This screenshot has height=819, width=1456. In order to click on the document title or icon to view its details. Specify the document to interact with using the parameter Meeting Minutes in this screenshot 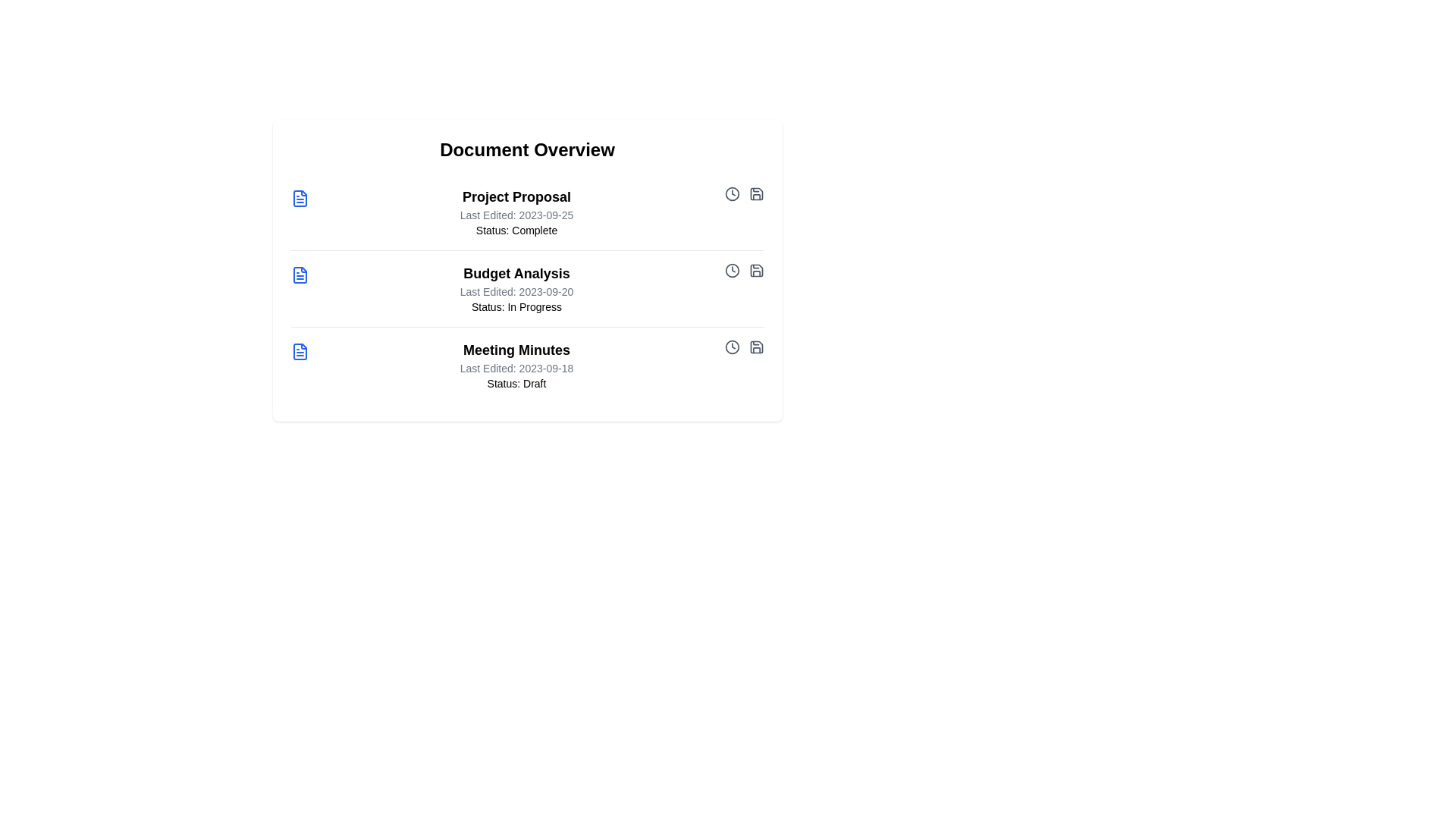, I will do `click(320, 350)`.